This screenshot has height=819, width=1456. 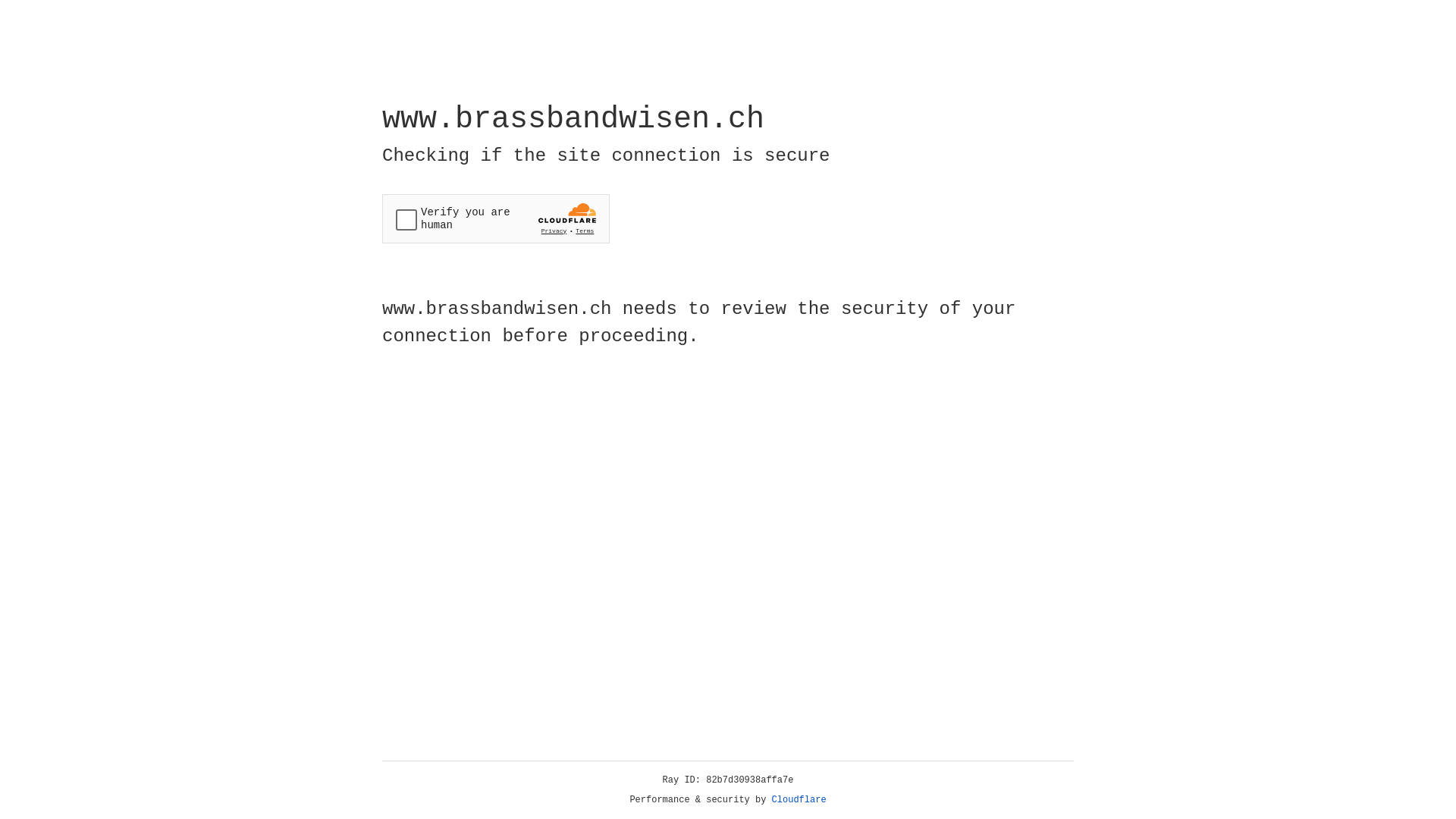 I want to click on 'Cloudflare', so click(x=799, y=799).